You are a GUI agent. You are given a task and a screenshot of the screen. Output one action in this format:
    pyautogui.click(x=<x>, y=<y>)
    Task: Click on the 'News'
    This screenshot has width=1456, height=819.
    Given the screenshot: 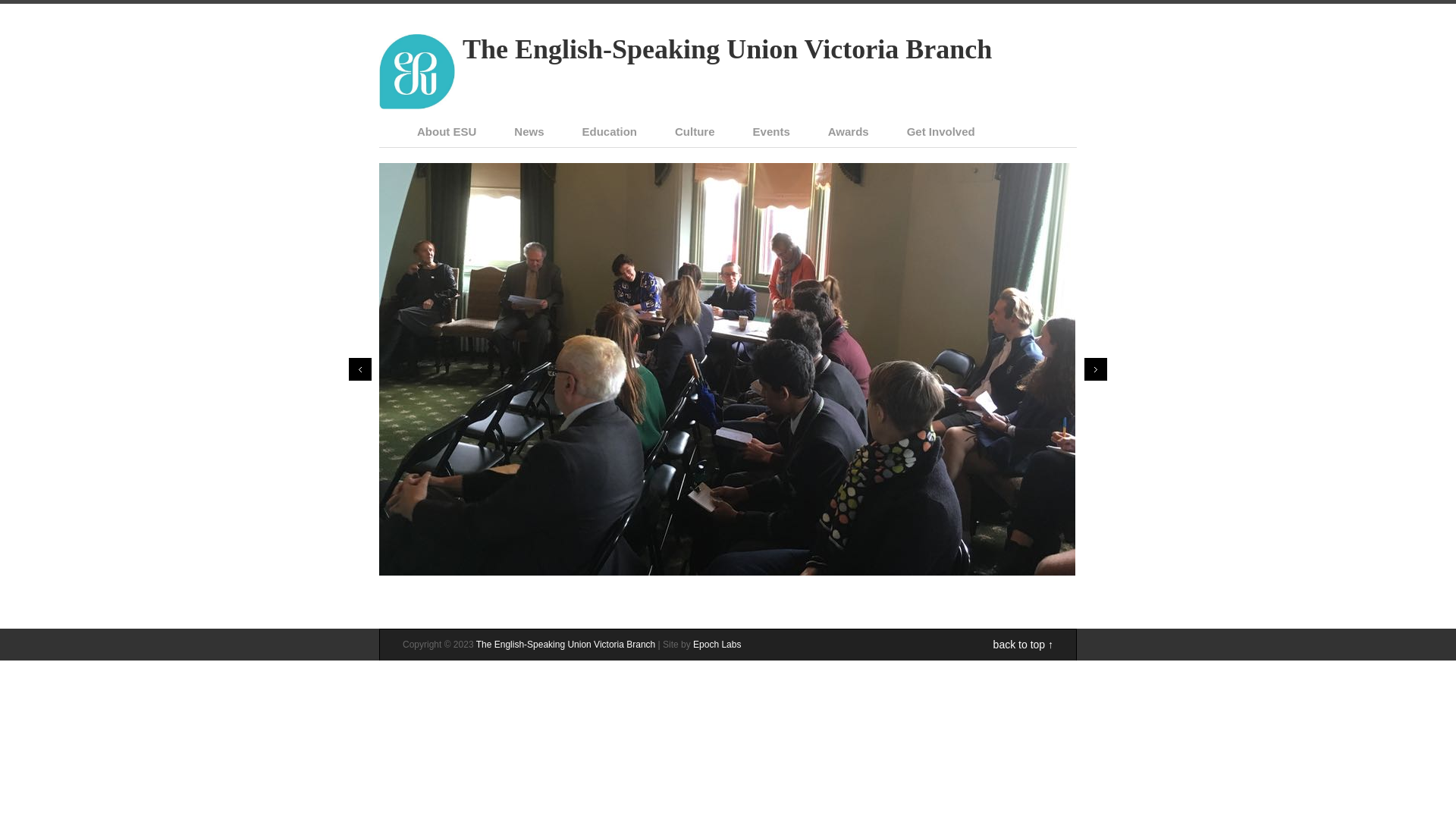 What is the action you would take?
    pyautogui.click(x=529, y=130)
    